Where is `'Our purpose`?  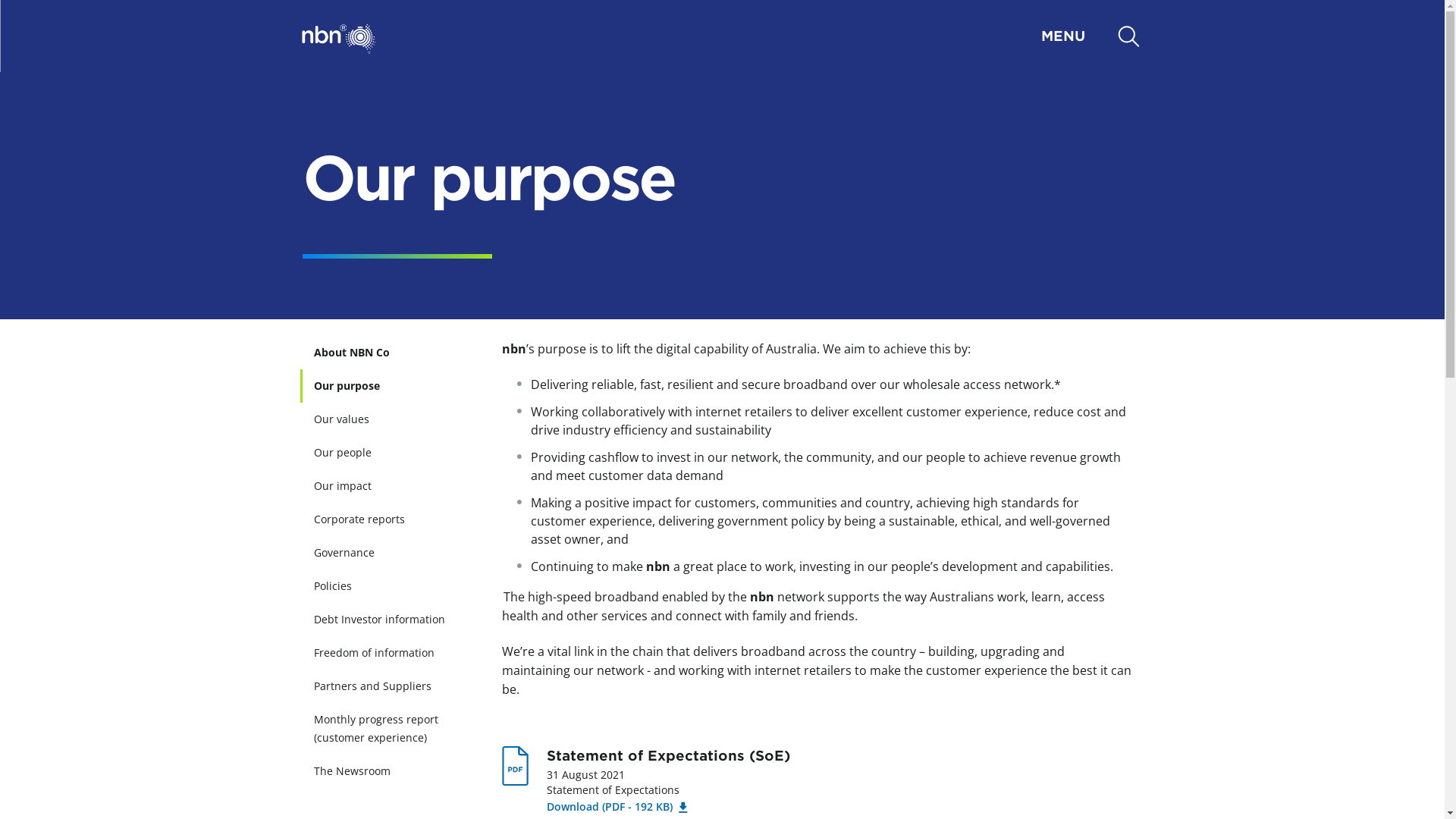
'Our purpose is located at coordinates (388, 385).